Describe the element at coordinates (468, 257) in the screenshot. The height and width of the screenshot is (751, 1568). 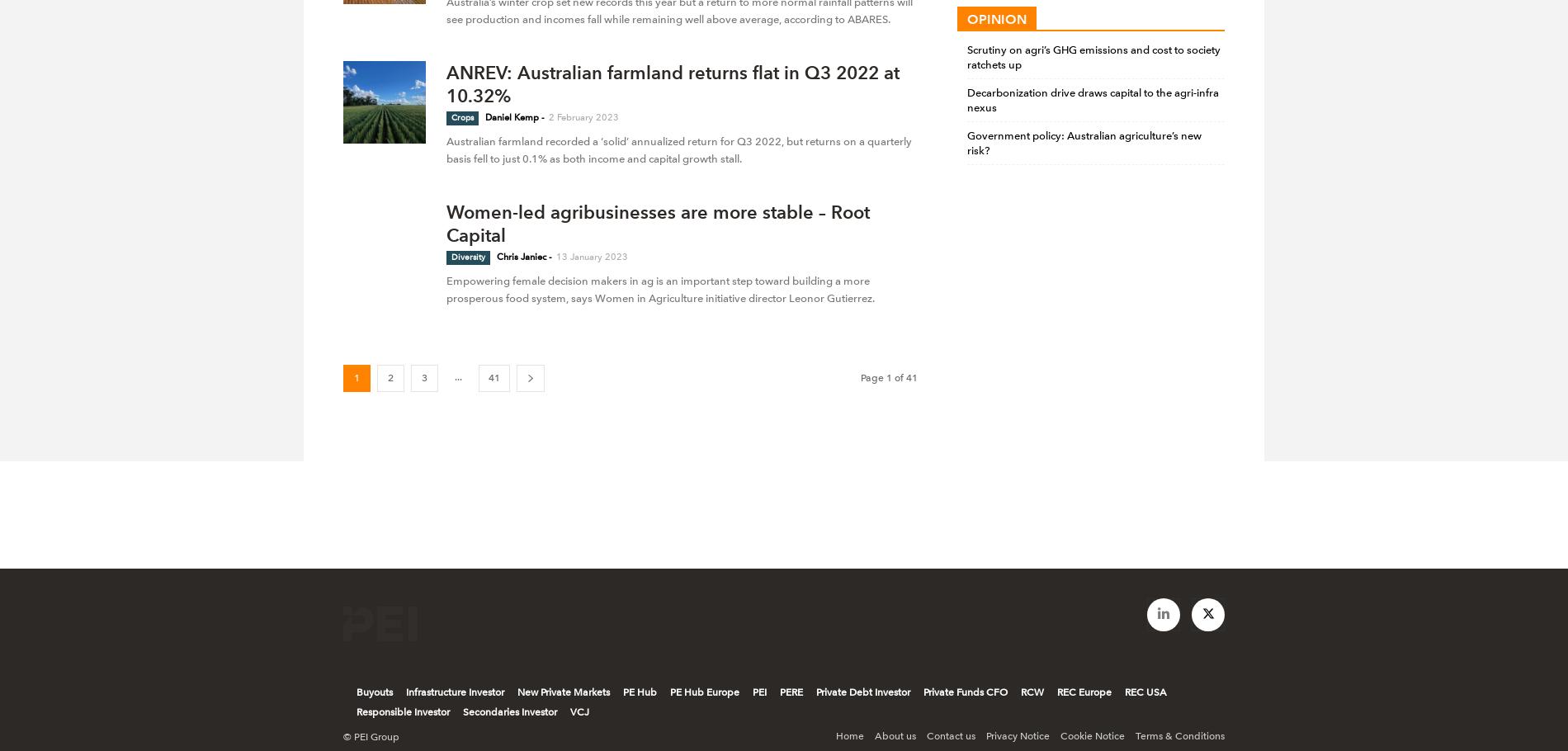
I see `'Diversity'` at that location.